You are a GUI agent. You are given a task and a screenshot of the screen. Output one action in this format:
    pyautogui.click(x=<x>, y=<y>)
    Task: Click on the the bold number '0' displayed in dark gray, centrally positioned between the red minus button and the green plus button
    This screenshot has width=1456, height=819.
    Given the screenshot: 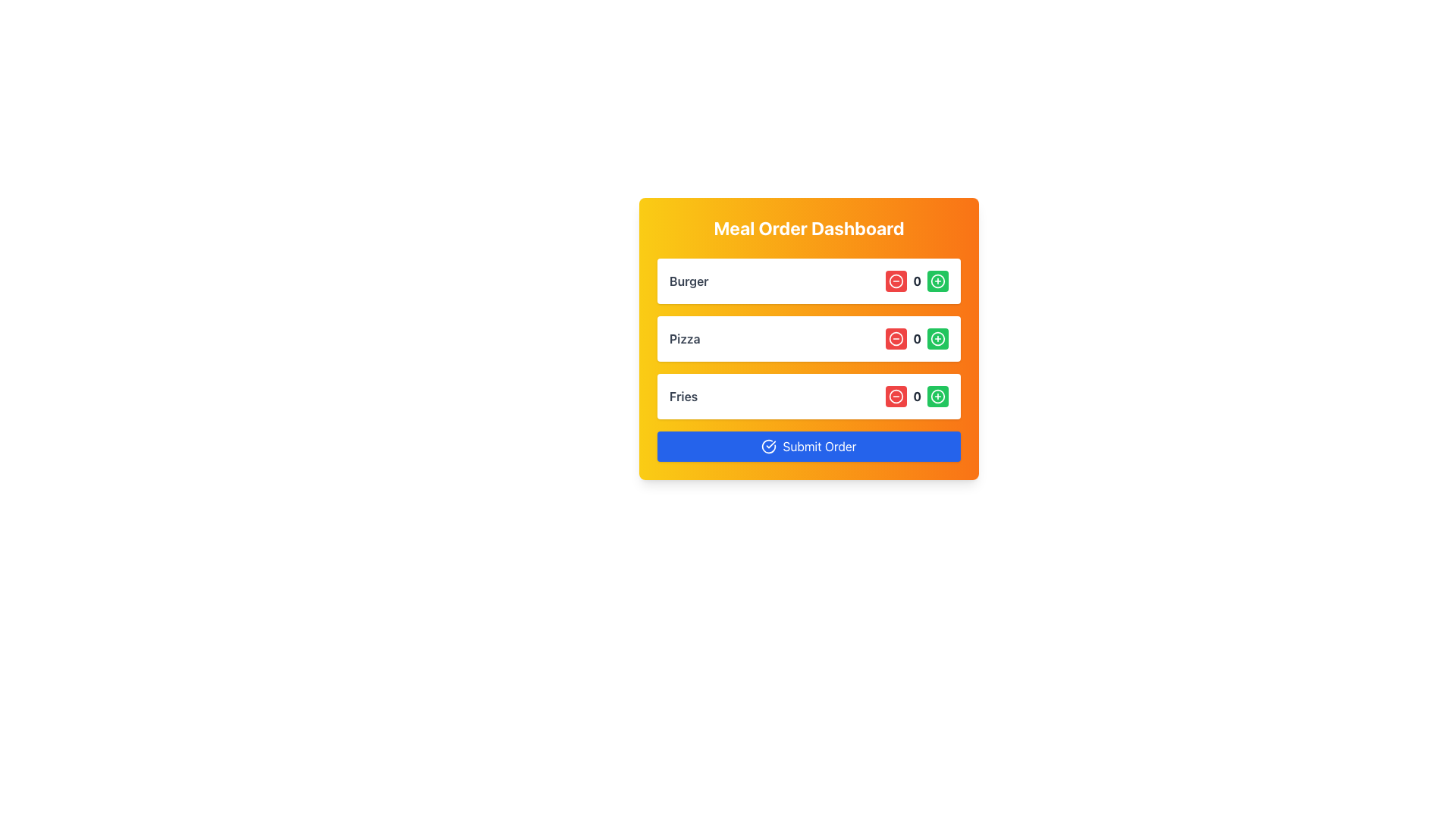 What is the action you would take?
    pyautogui.click(x=916, y=338)
    